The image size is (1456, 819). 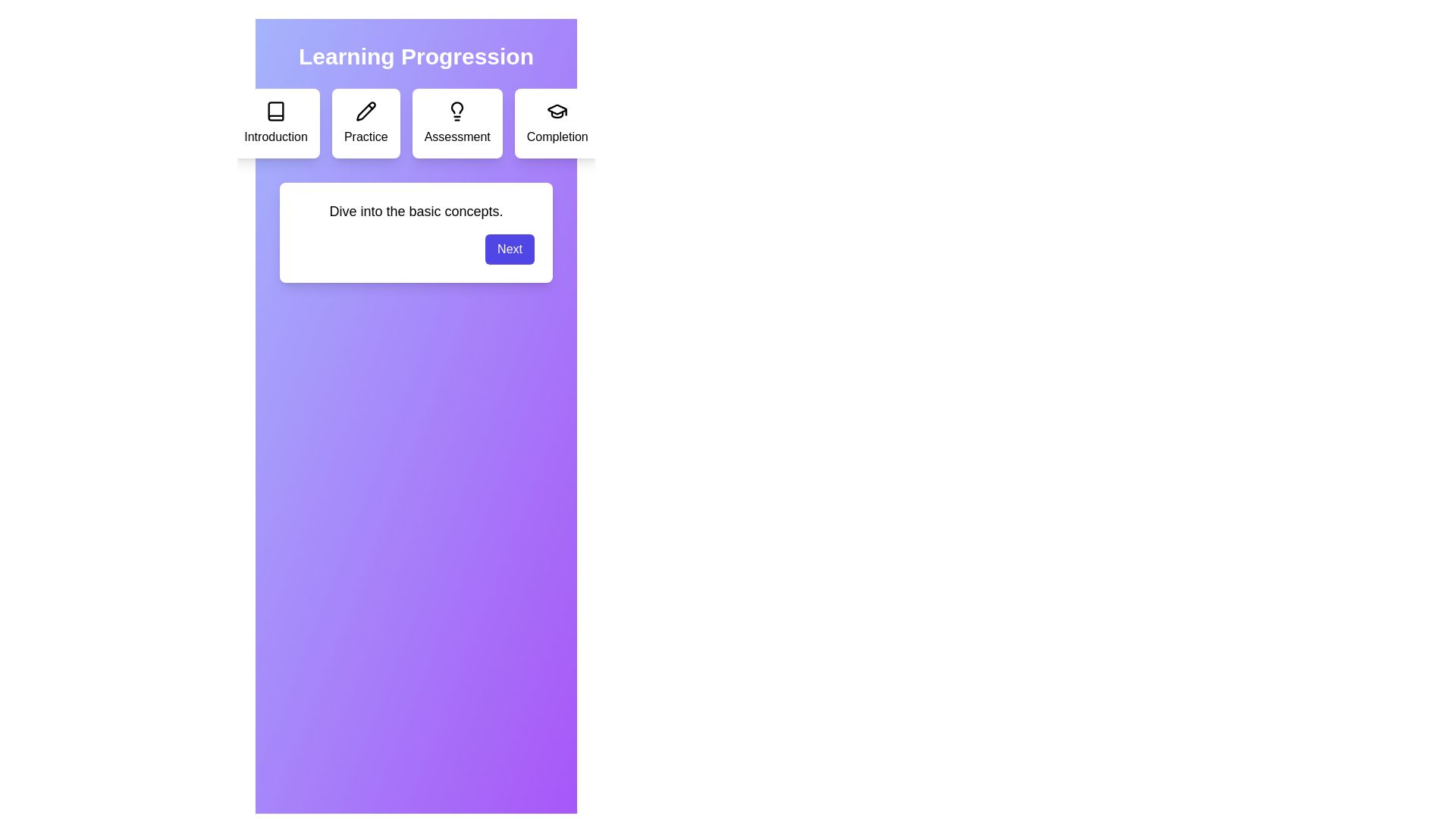 I want to click on the icon for the Practice step to inspect it, so click(x=366, y=110).